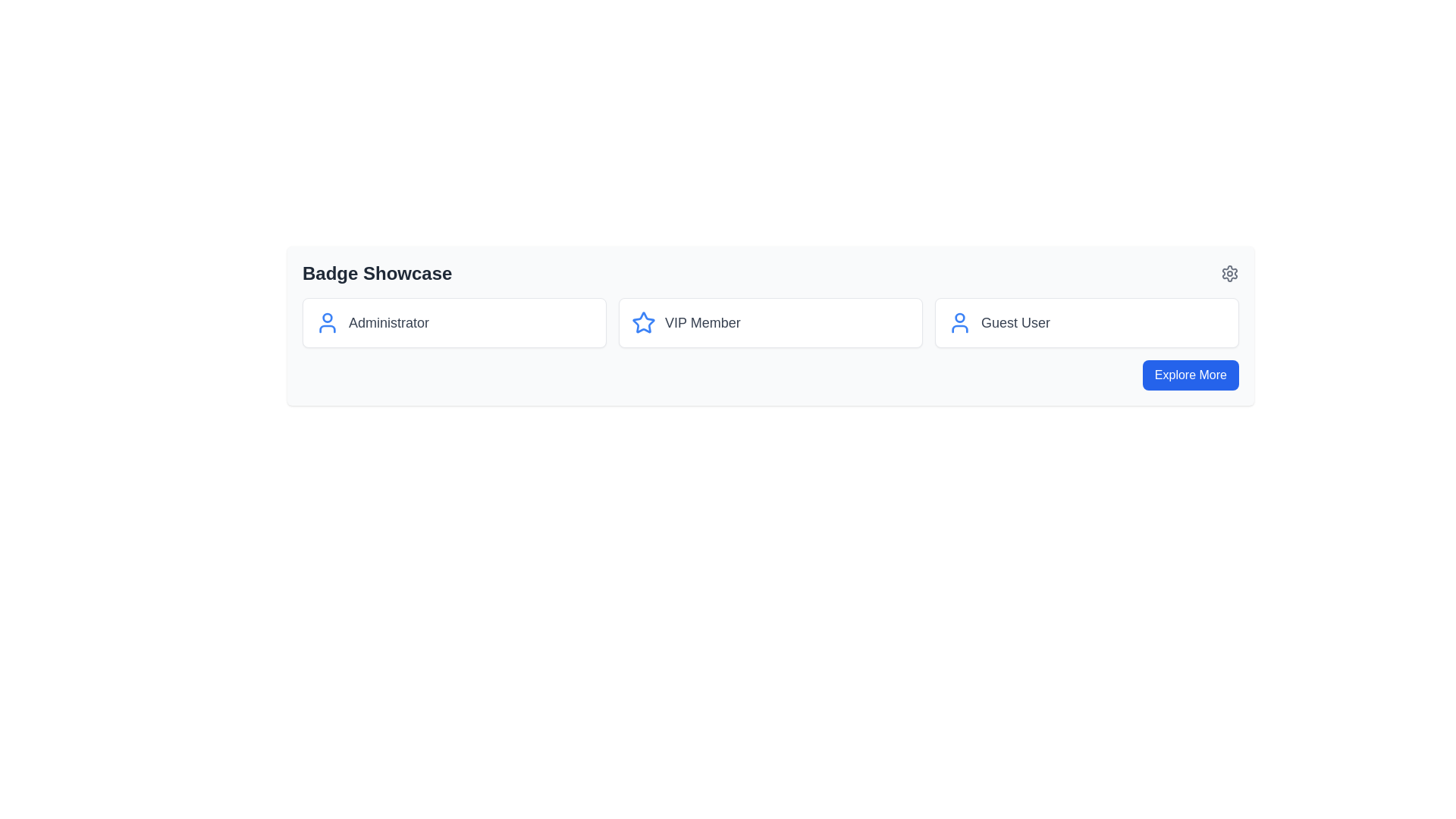  Describe the element at coordinates (644, 322) in the screenshot. I see `the blue outlined five-point star icon located next to the text 'VIP Member' by moving the cursor to its center` at that location.